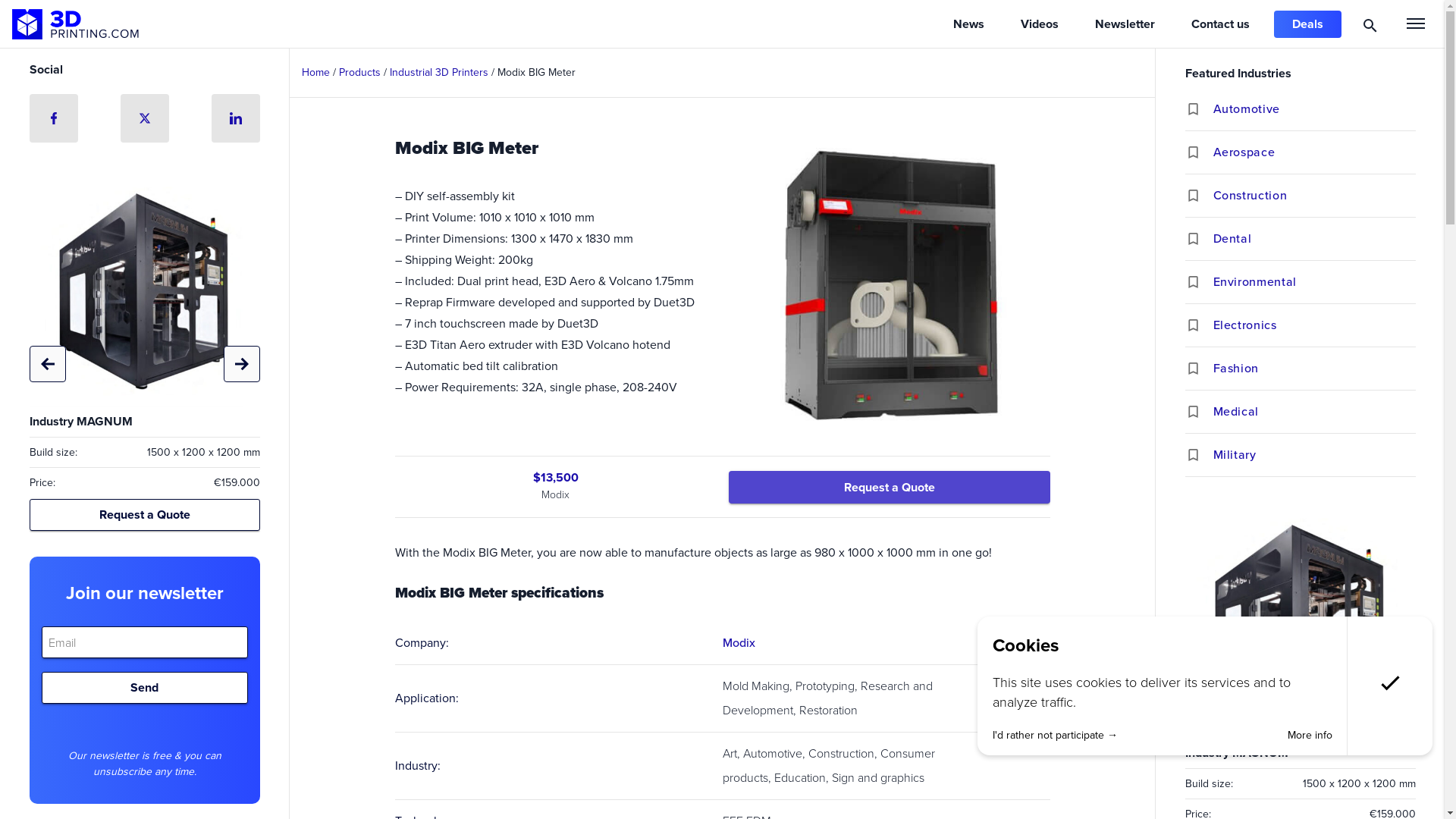 The width and height of the screenshot is (1456, 819). Describe the element at coordinates (1309, 734) in the screenshot. I see `'More info'` at that location.